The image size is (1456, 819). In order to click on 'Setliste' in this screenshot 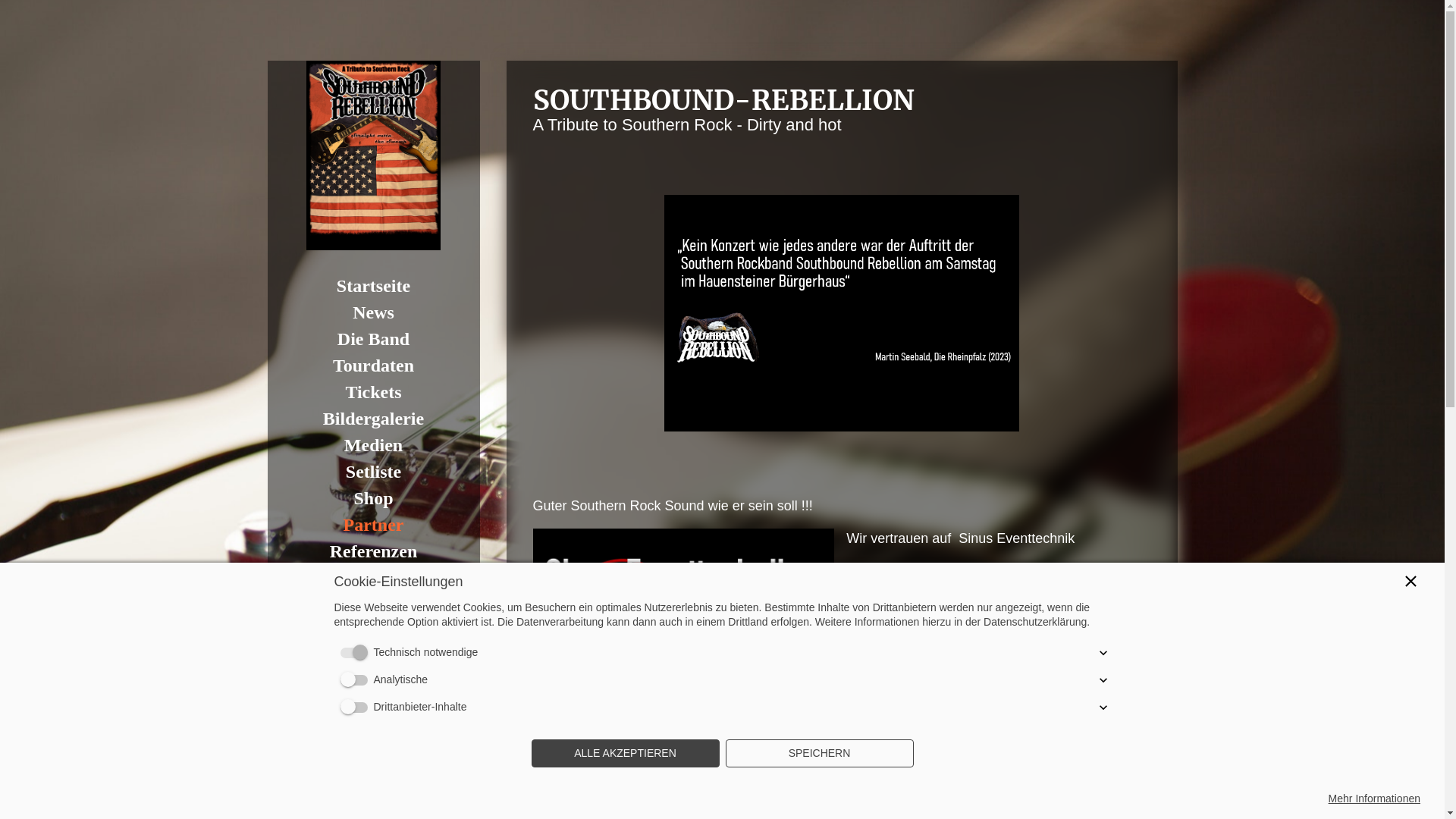, I will do `click(372, 471)`.